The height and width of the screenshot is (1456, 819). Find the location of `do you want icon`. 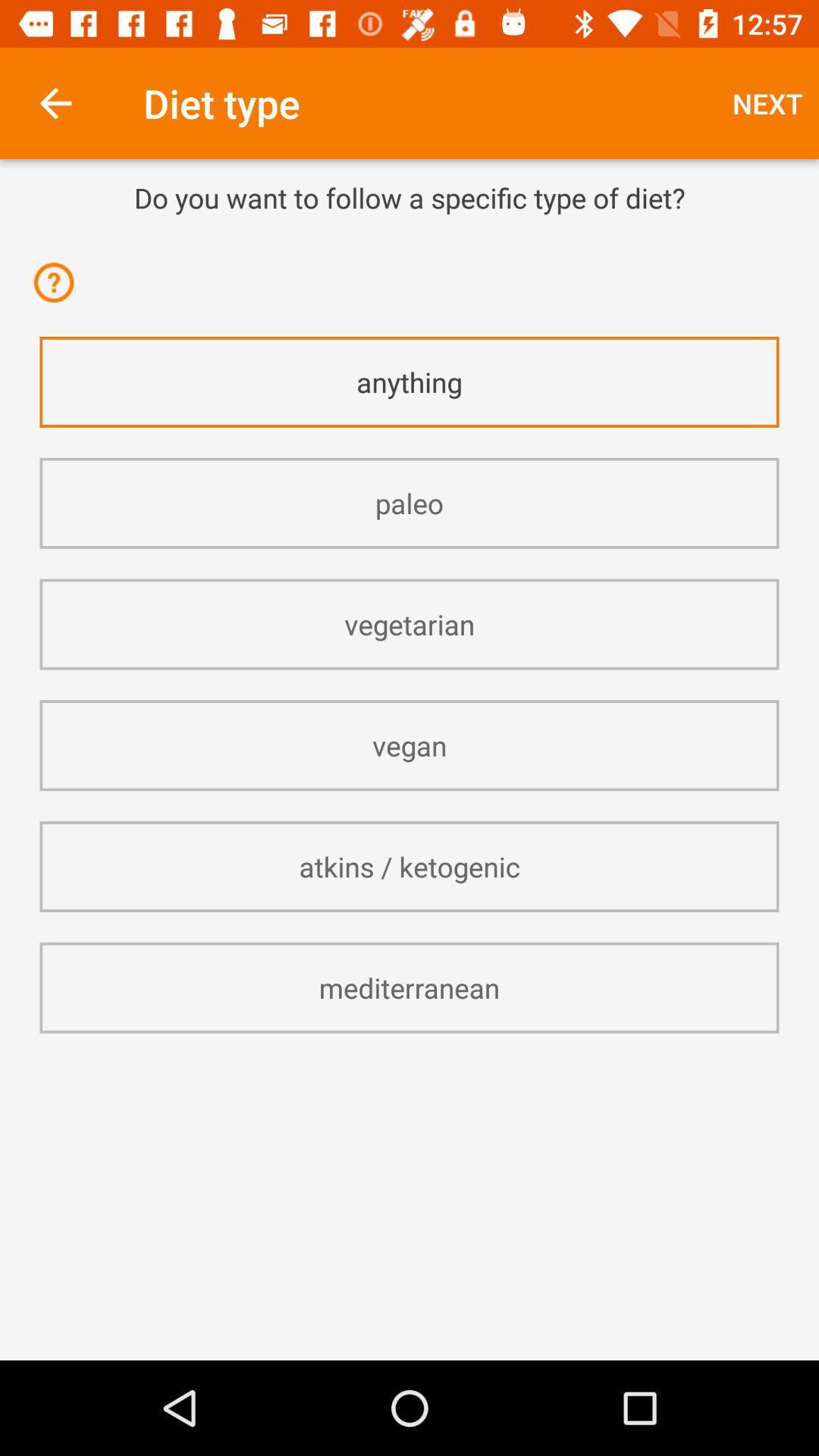

do you want icon is located at coordinates (409, 196).